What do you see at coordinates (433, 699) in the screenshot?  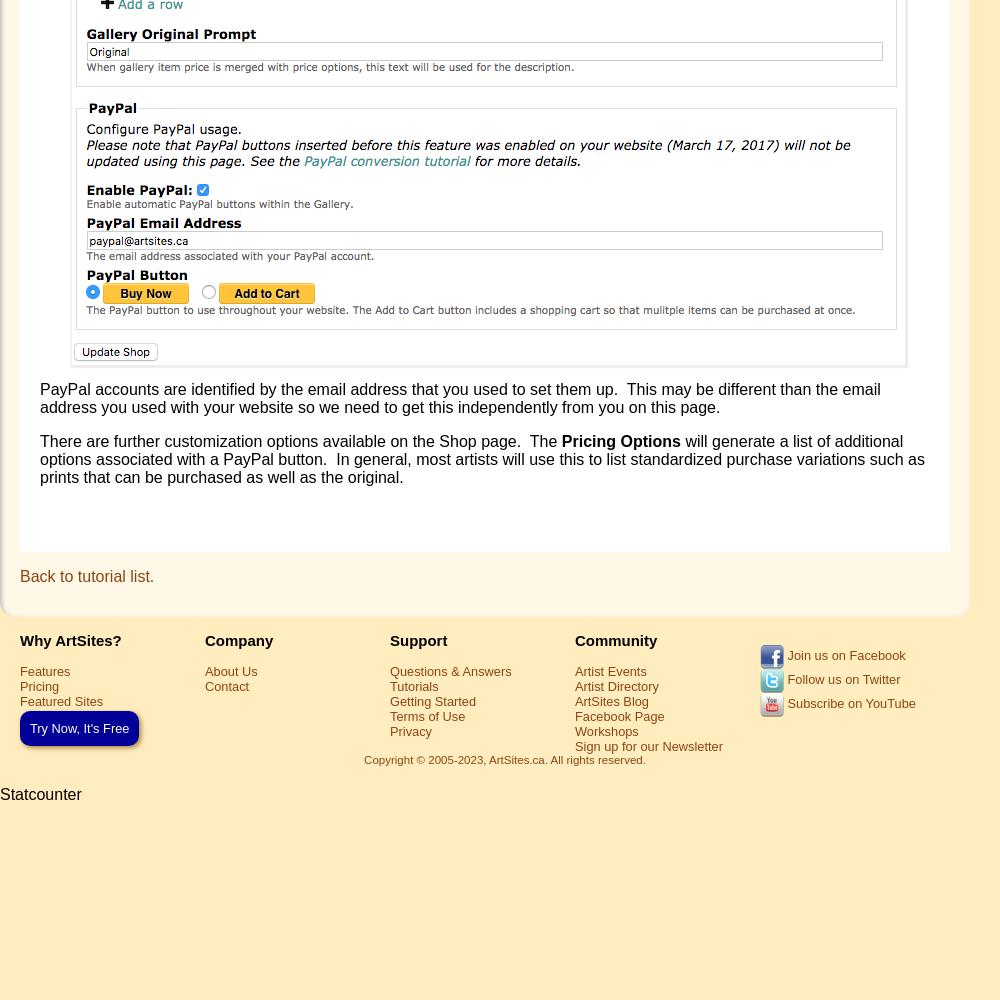 I see `'Getting Started'` at bounding box center [433, 699].